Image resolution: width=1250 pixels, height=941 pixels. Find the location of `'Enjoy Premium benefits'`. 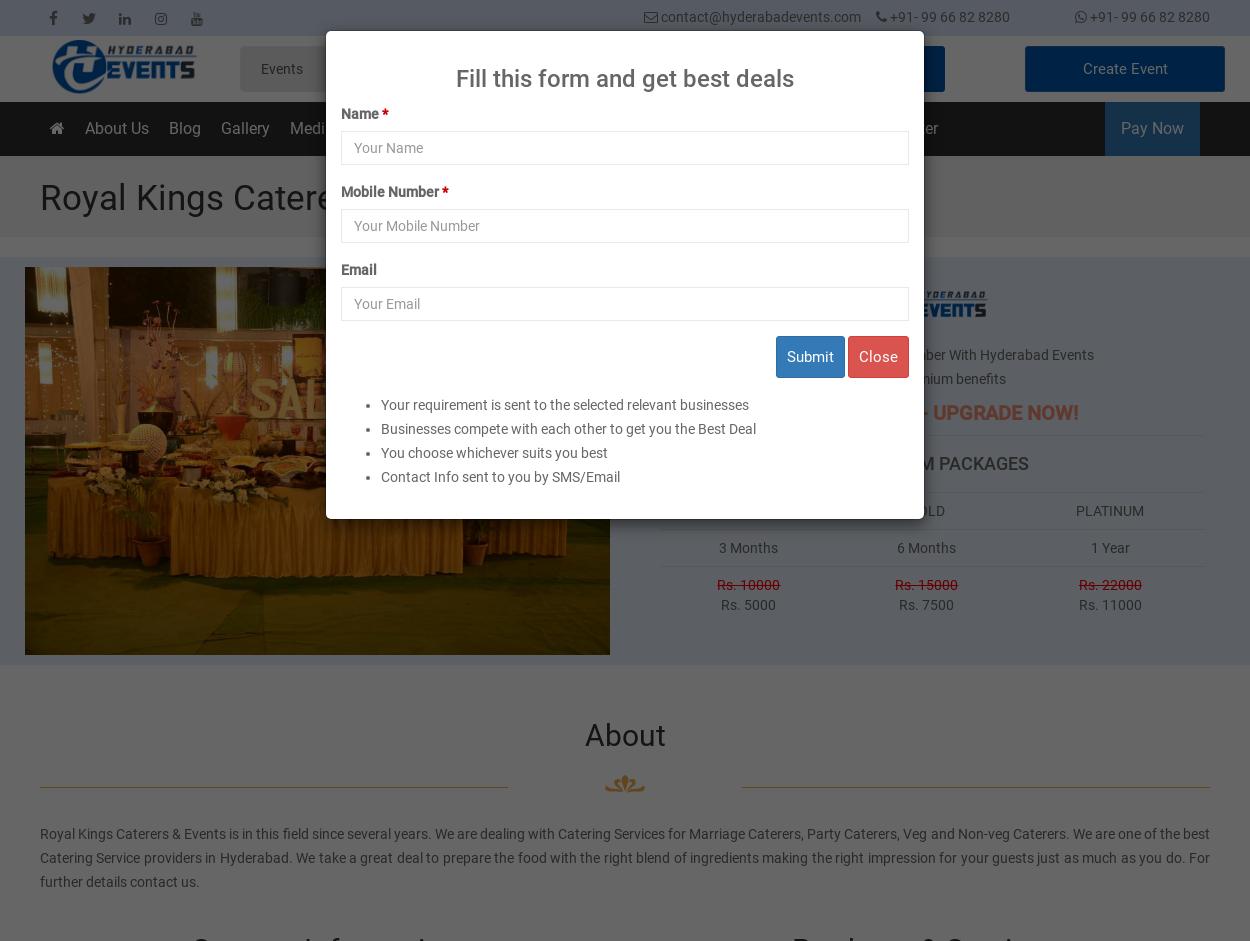

'Enjoy Premium benefits' is located at coordinates (932, 377).